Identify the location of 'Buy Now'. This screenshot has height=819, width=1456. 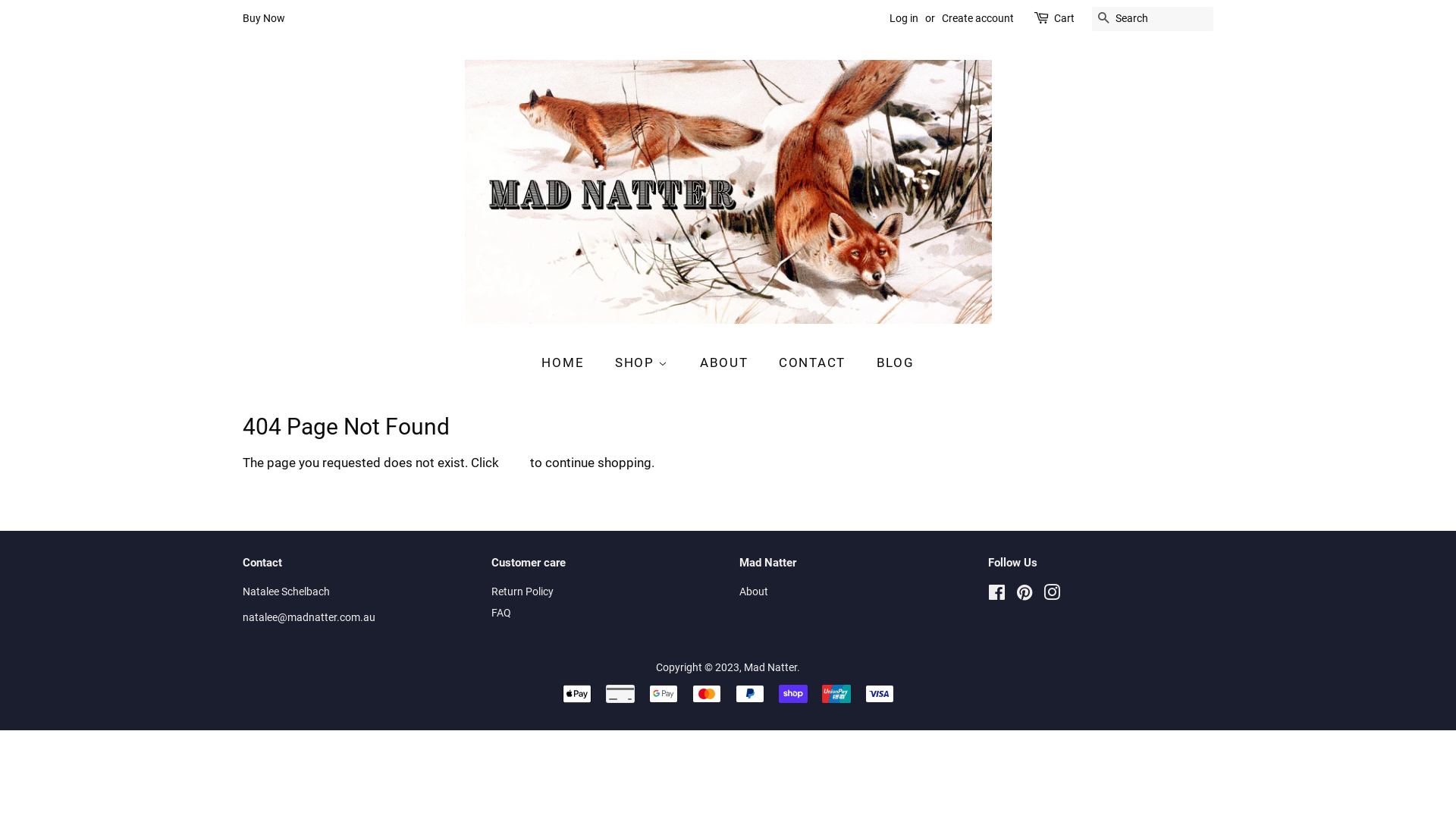
(263, 17).